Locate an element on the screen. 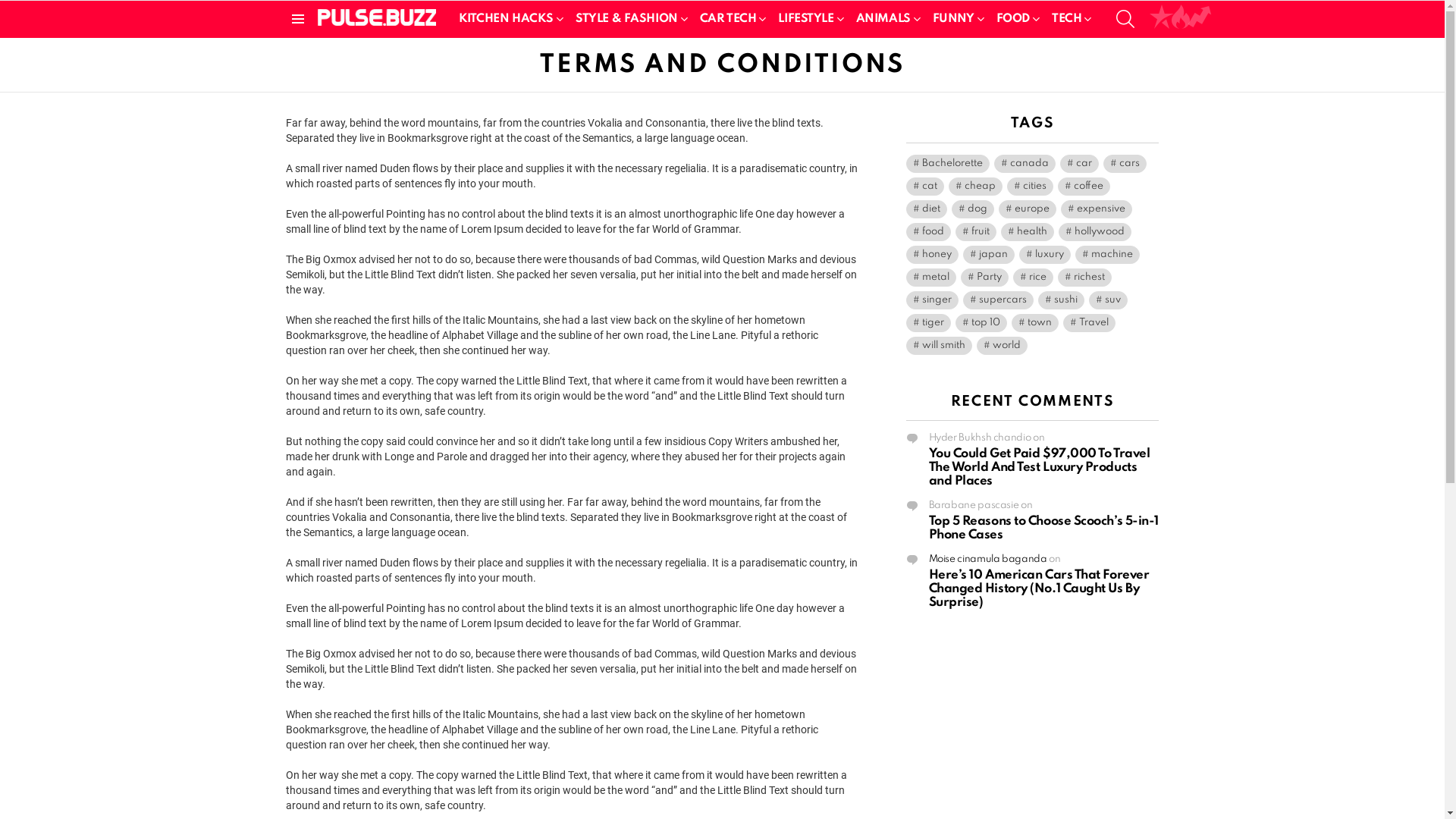  'richest' is located at coordinates (1083, 278).